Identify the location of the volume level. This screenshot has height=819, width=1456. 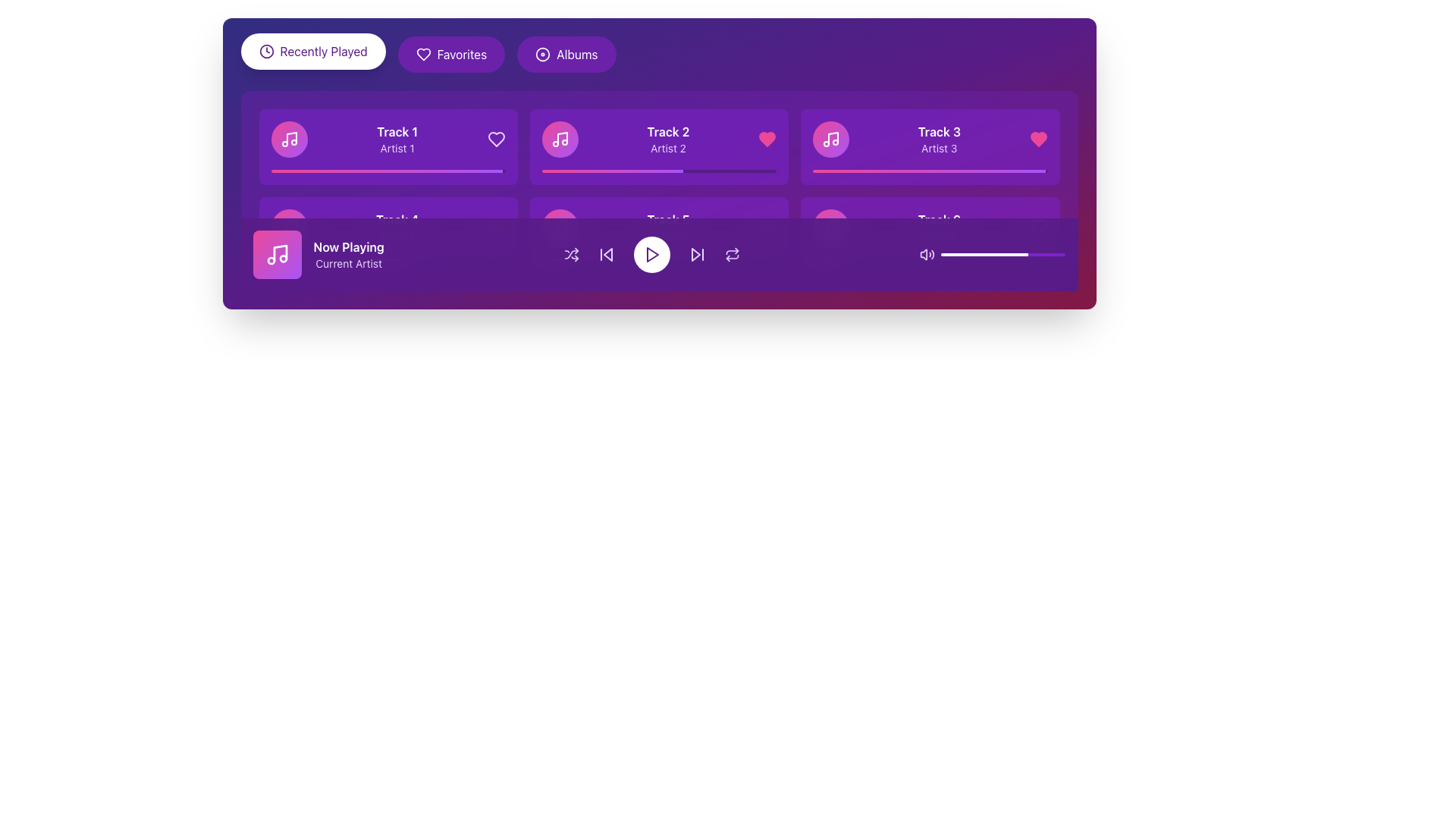
(974, 253).